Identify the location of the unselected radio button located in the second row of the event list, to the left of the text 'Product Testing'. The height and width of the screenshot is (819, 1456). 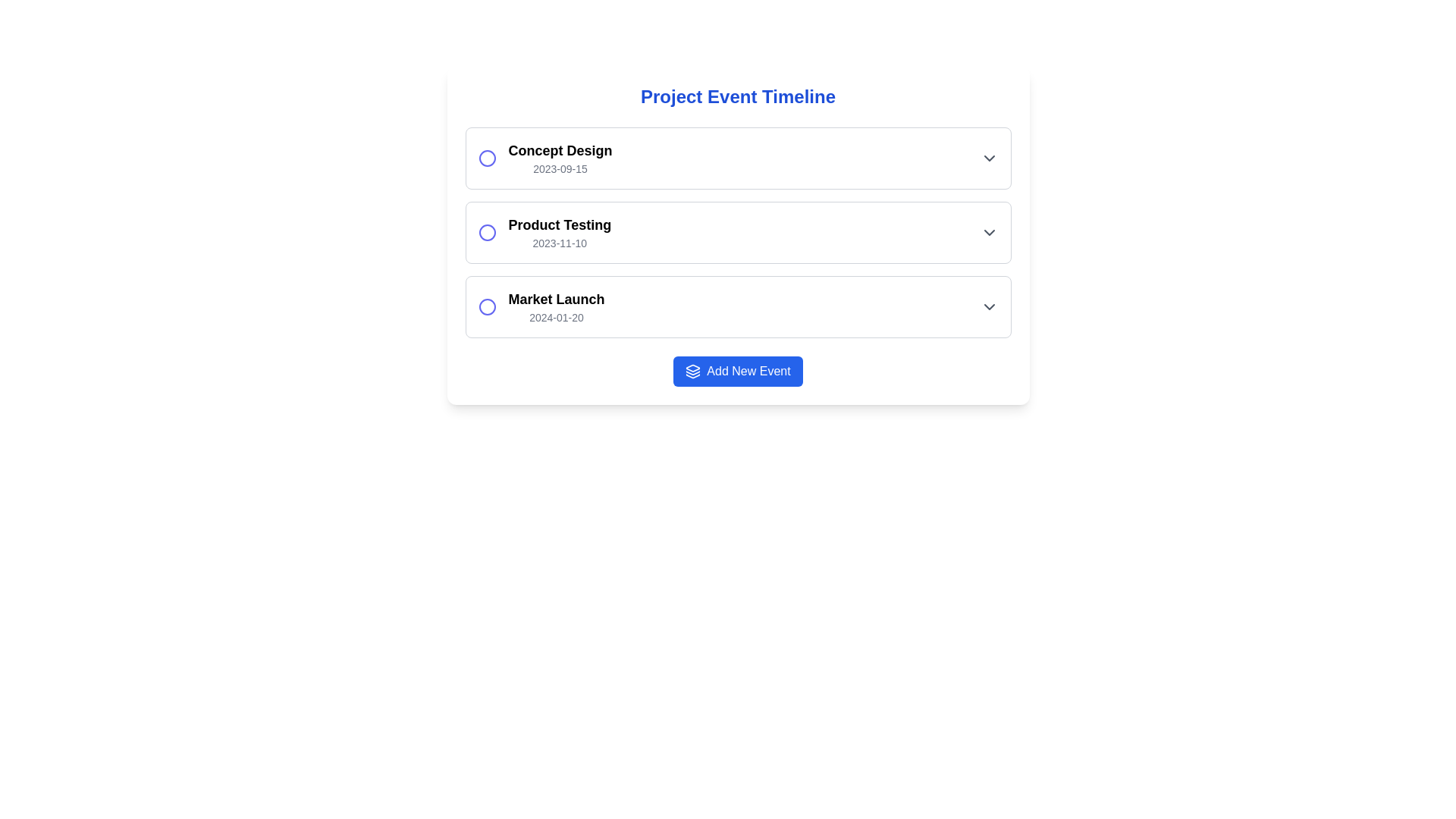
(487, 233).